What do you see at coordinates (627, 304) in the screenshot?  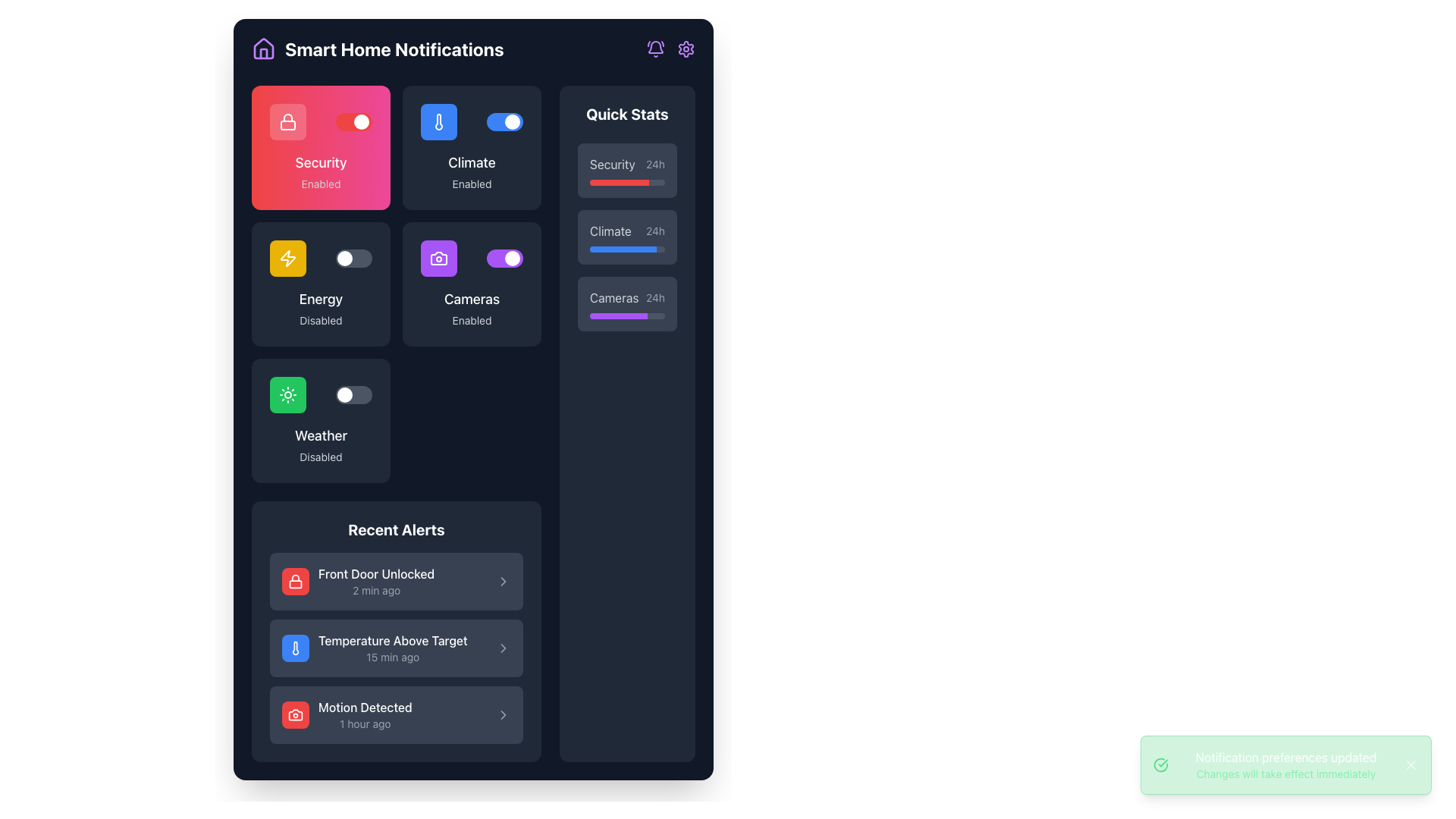 I see `the 'Cameras 24h' statistic card, which features a dark gray rectangular box with rounded corners, displaying 'Cameras' in a large light-gray font and '24h' in a smaller dimmer gray font, along with a purple progress bar underneath. This card is the third item in the 'Quick Stats' section` at bounding box center [627, 304].